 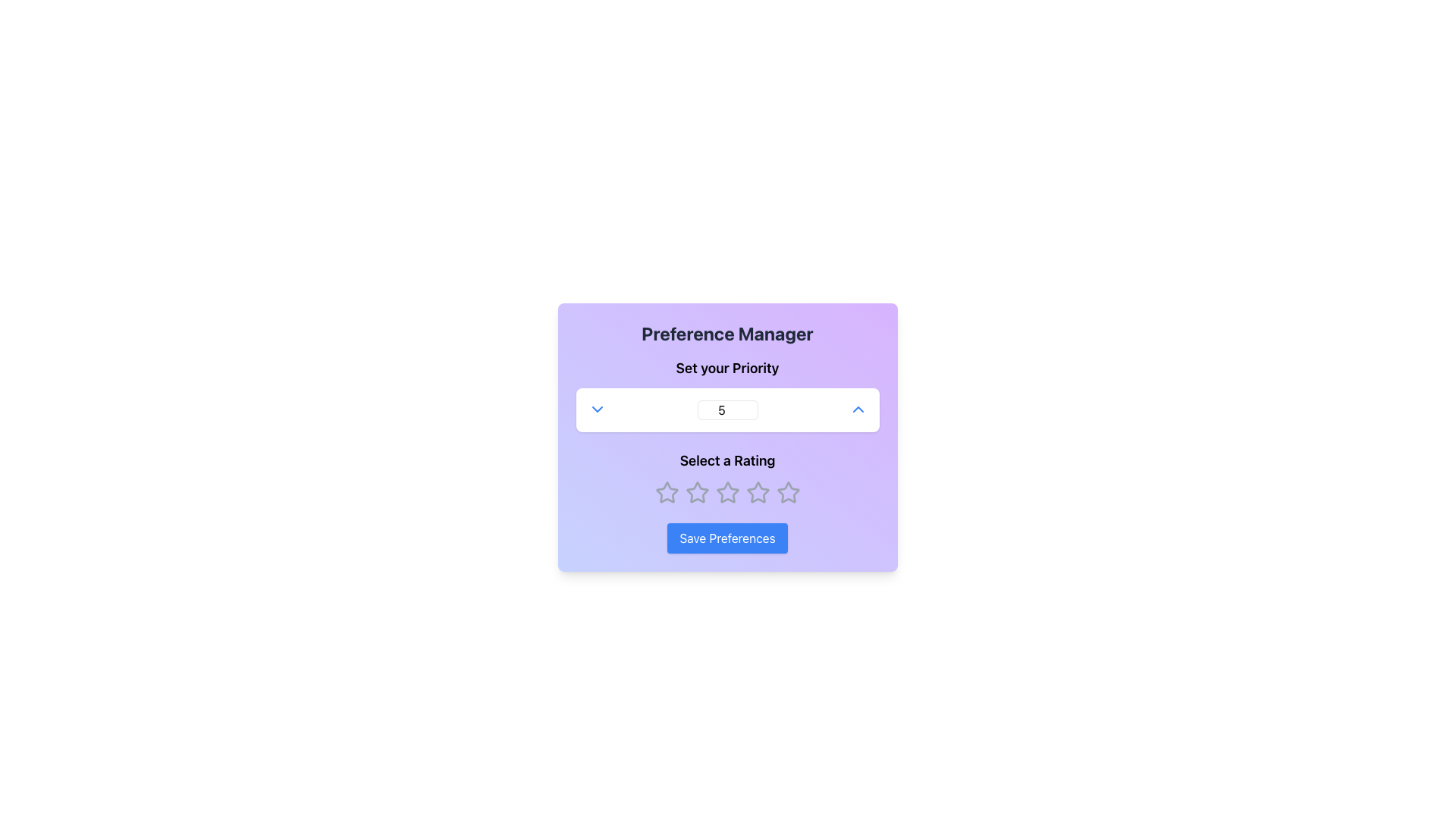 What do you see at coordinates (726, 493) in the screenshot?
I see `the fourth star in the interactive star rating icon group` at bounding box center [726, 493].